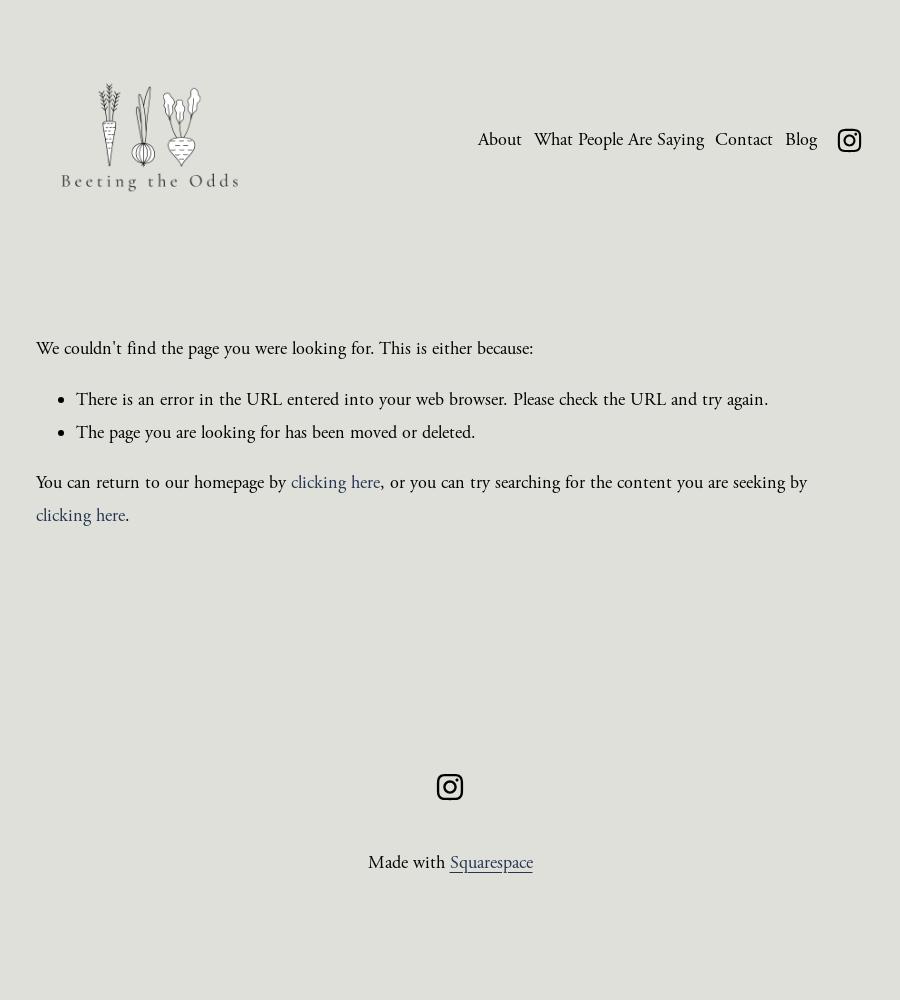  Describe the element at coordinates (407, 861) in the screenshot. I see `'Made with'` at that location.